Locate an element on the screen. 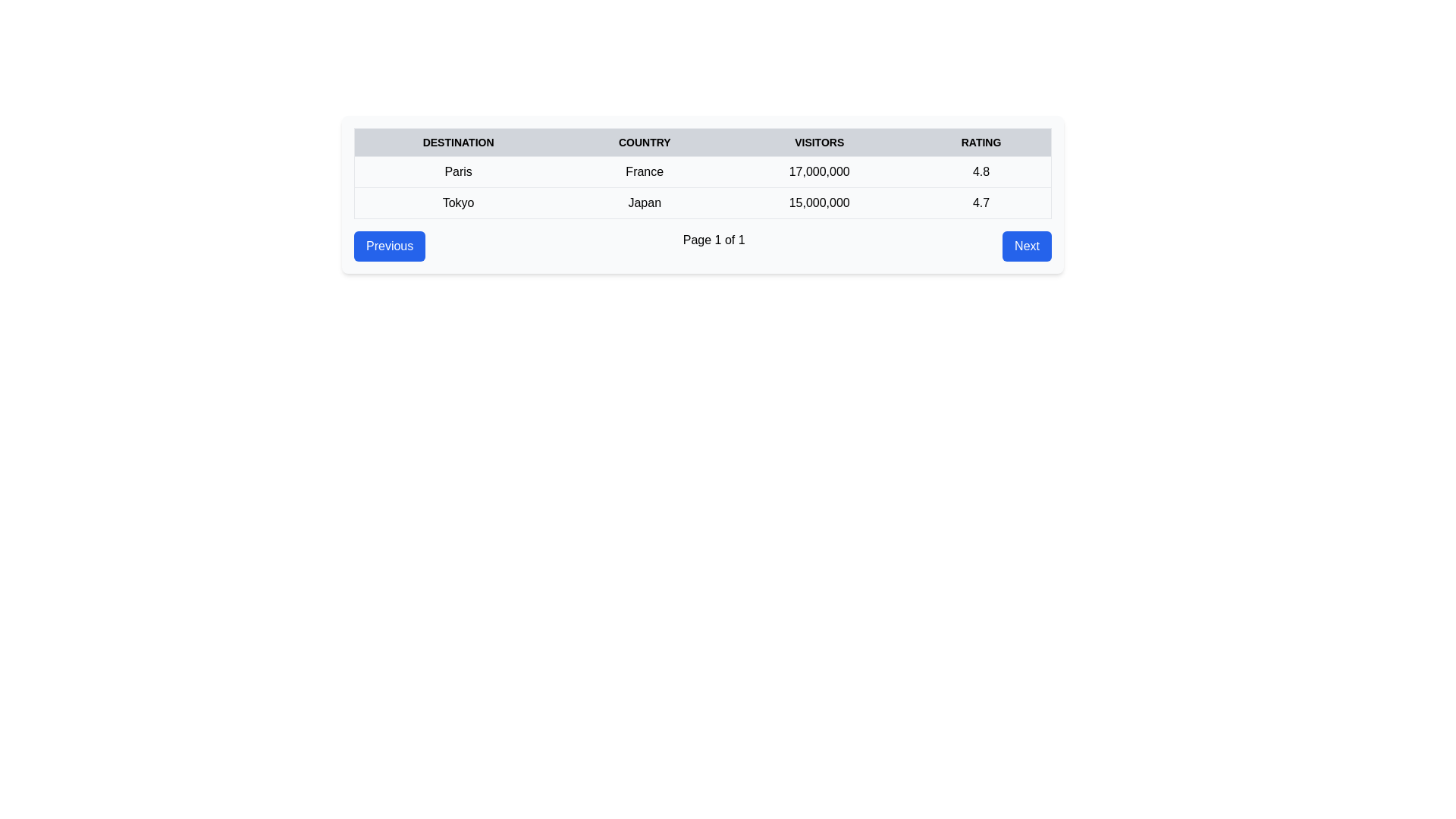  the button located on the leftmost side of the horizontal navigation bar beneath the content table is located at coordinates (390, 245).